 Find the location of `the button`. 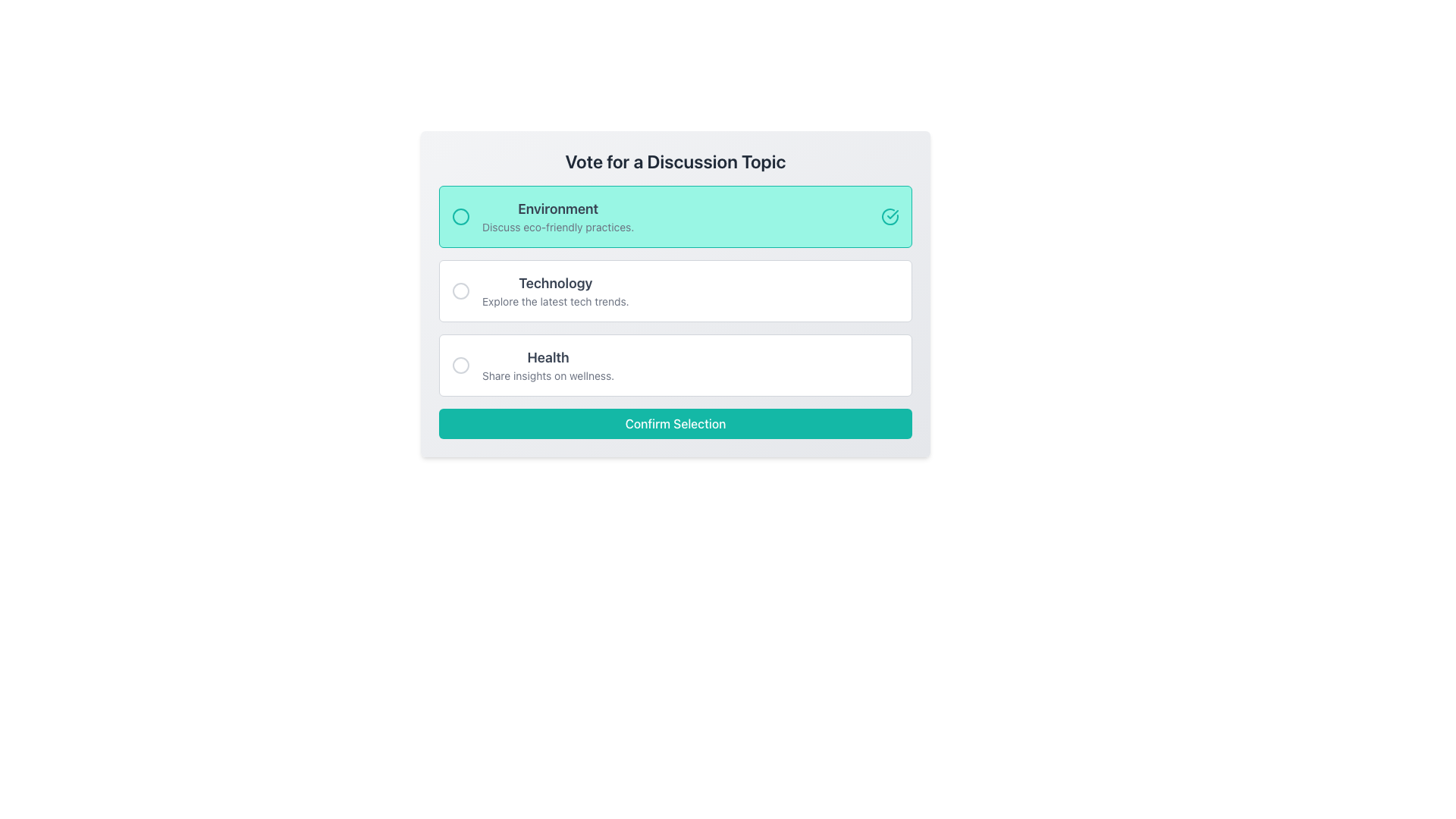

the button is located at coordinates (460, 216).